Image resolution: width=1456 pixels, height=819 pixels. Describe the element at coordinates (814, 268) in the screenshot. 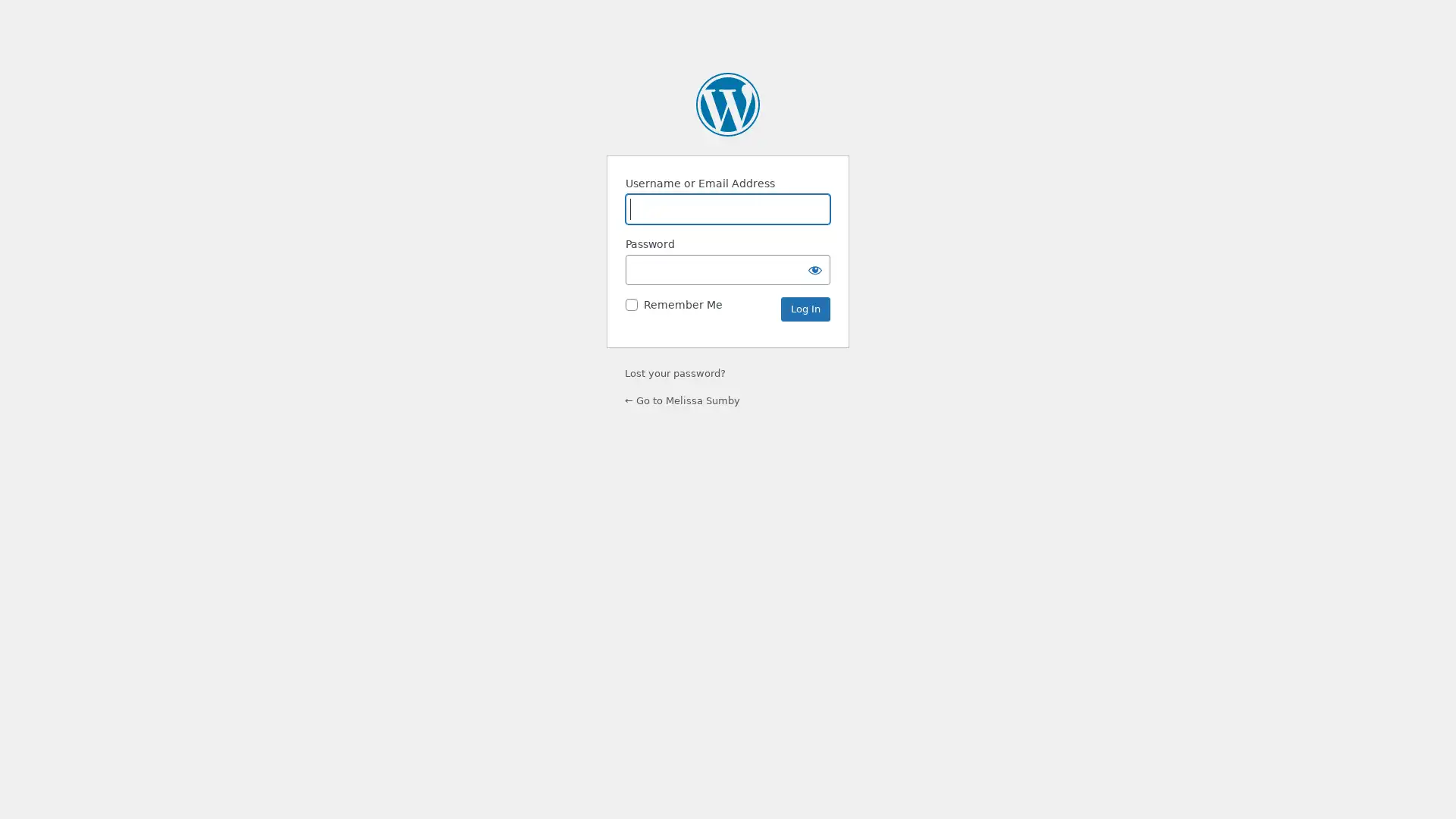

I see `Show password` at that location.